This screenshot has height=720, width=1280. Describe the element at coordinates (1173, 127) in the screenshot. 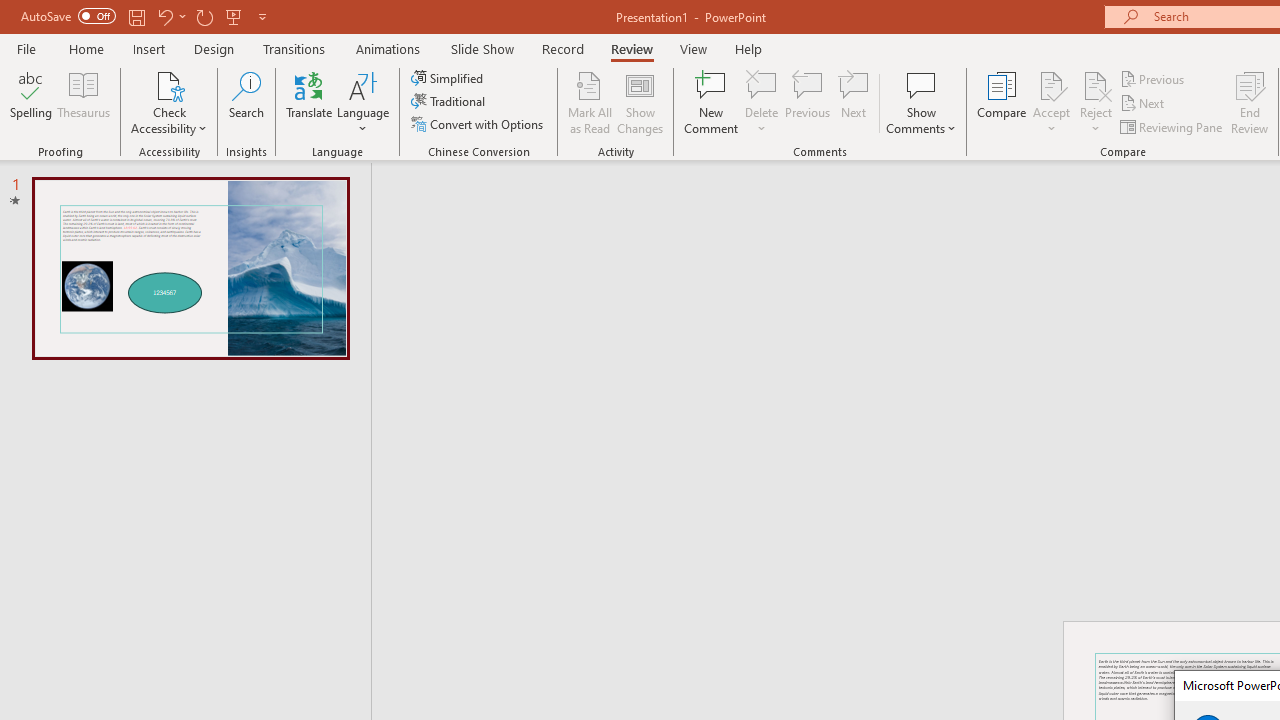

I see `'Reviewing Pane'` at that location.